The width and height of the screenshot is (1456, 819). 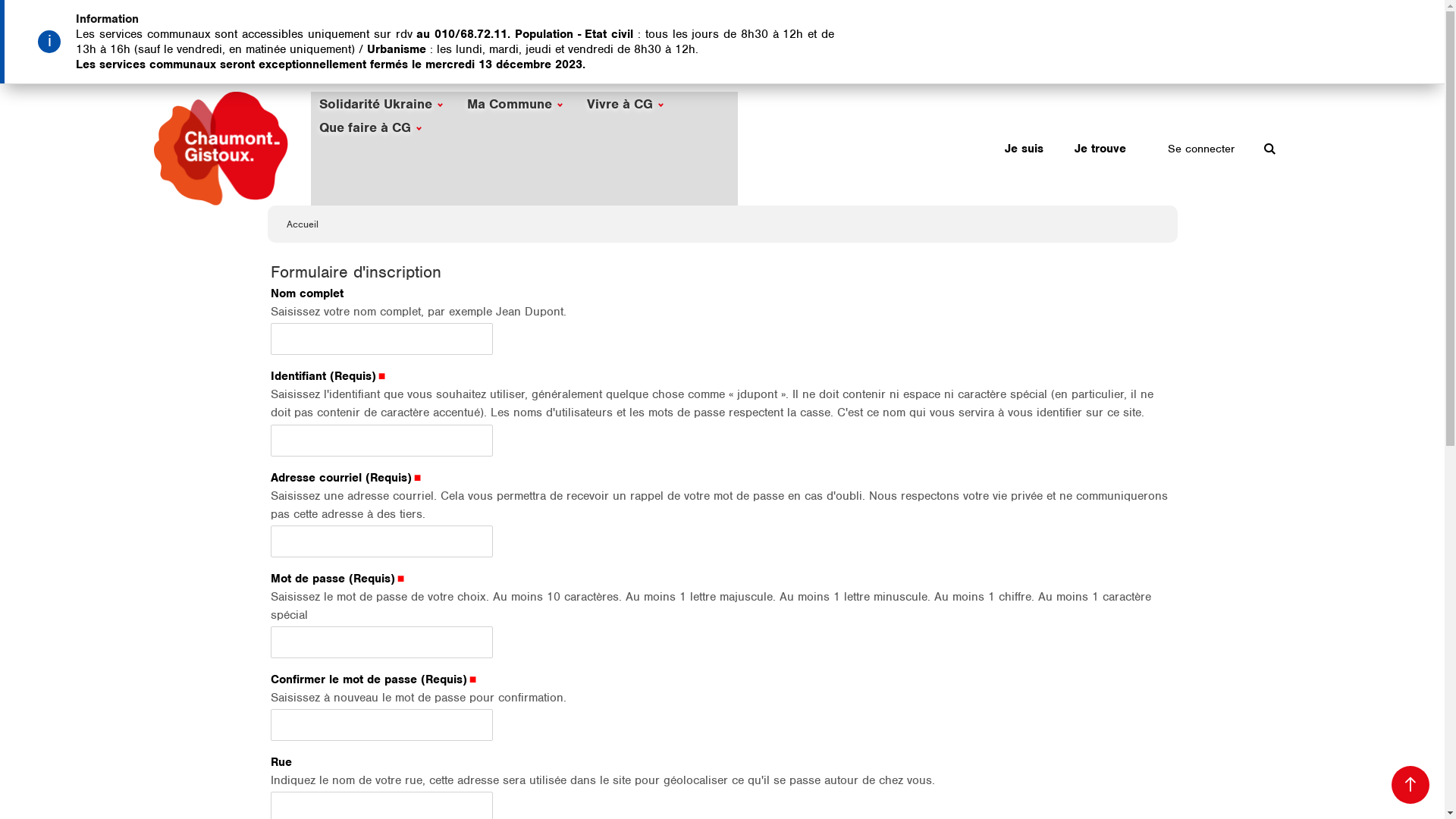 What do you see at coordinates (1023, 149) in the screenshot?
I see `'Je suis'` at bounding box center [1023, 149].